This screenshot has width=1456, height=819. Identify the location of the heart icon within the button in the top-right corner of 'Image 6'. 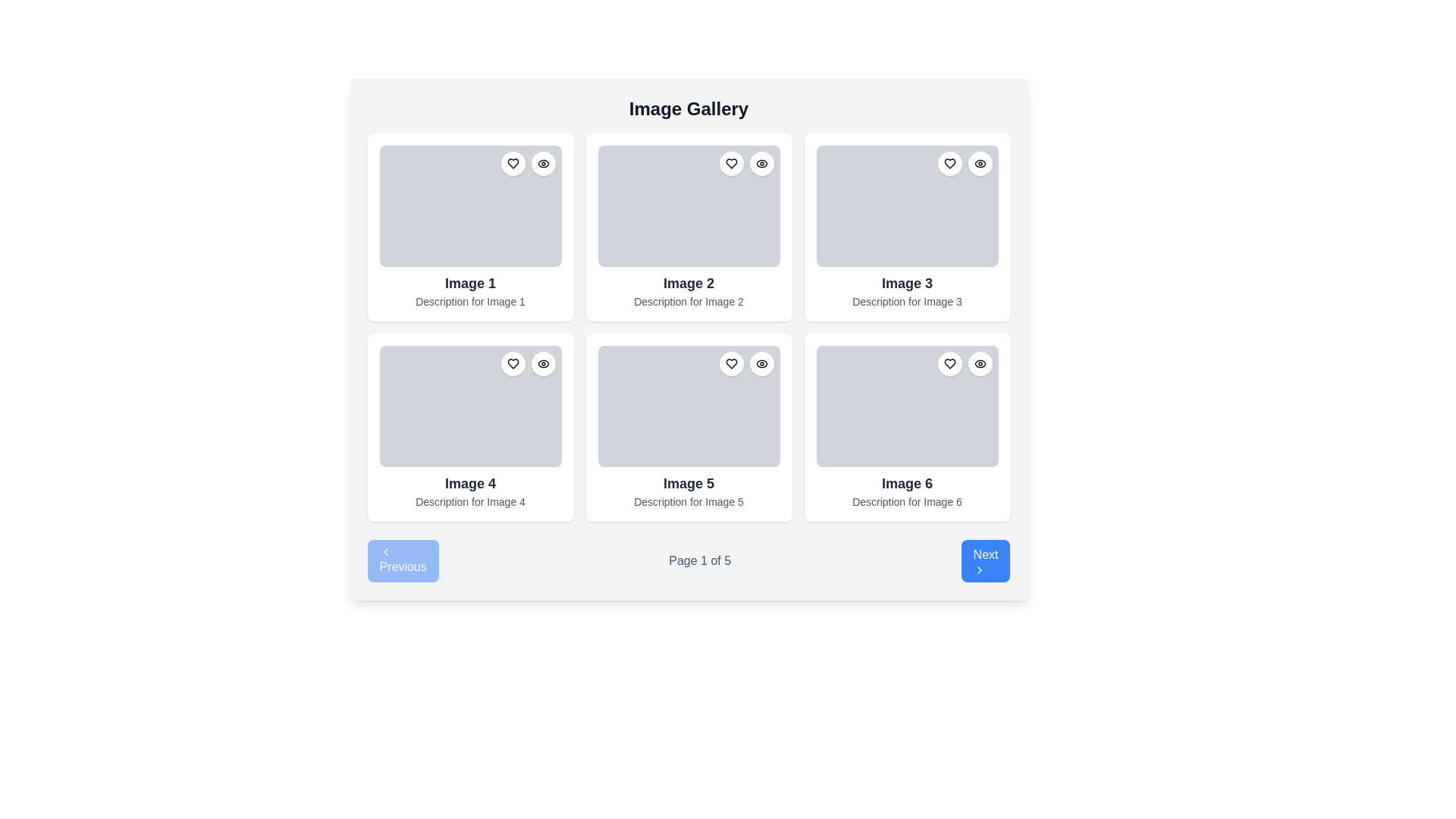
(949, 363).